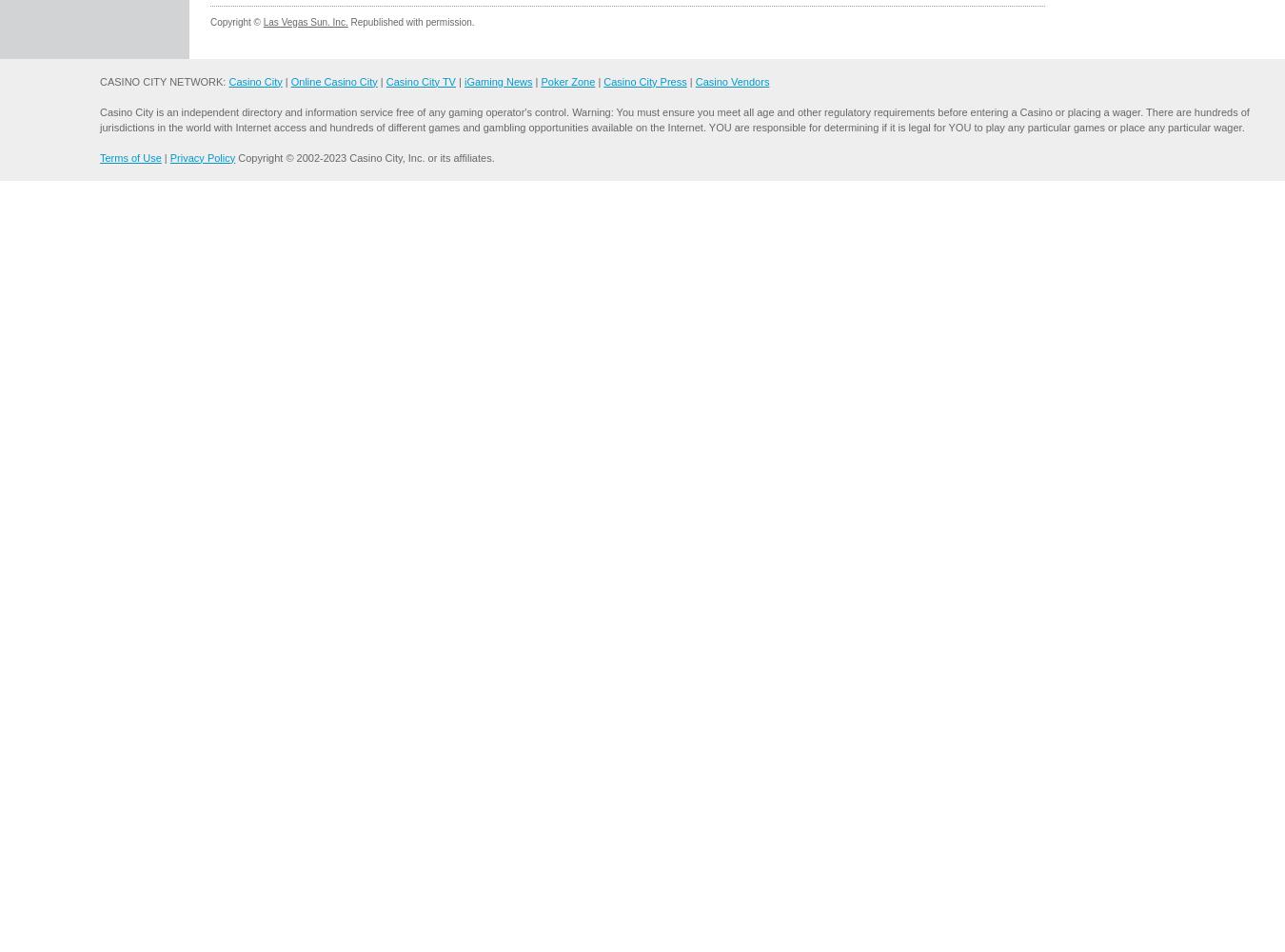  What do you see at coordinates (730, 80) in the screenshot?
I see `'Casino Vendors'` at bounding box center [730, 80].